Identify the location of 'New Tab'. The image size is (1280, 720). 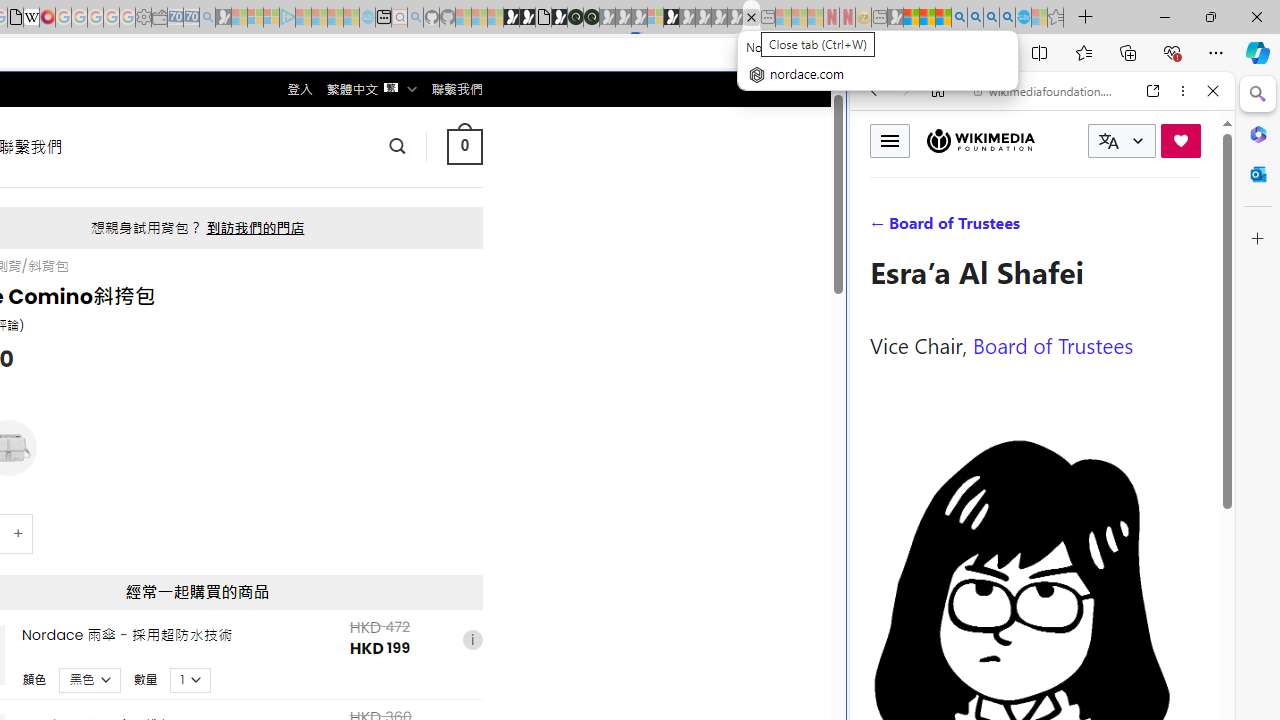
(1085, 17).